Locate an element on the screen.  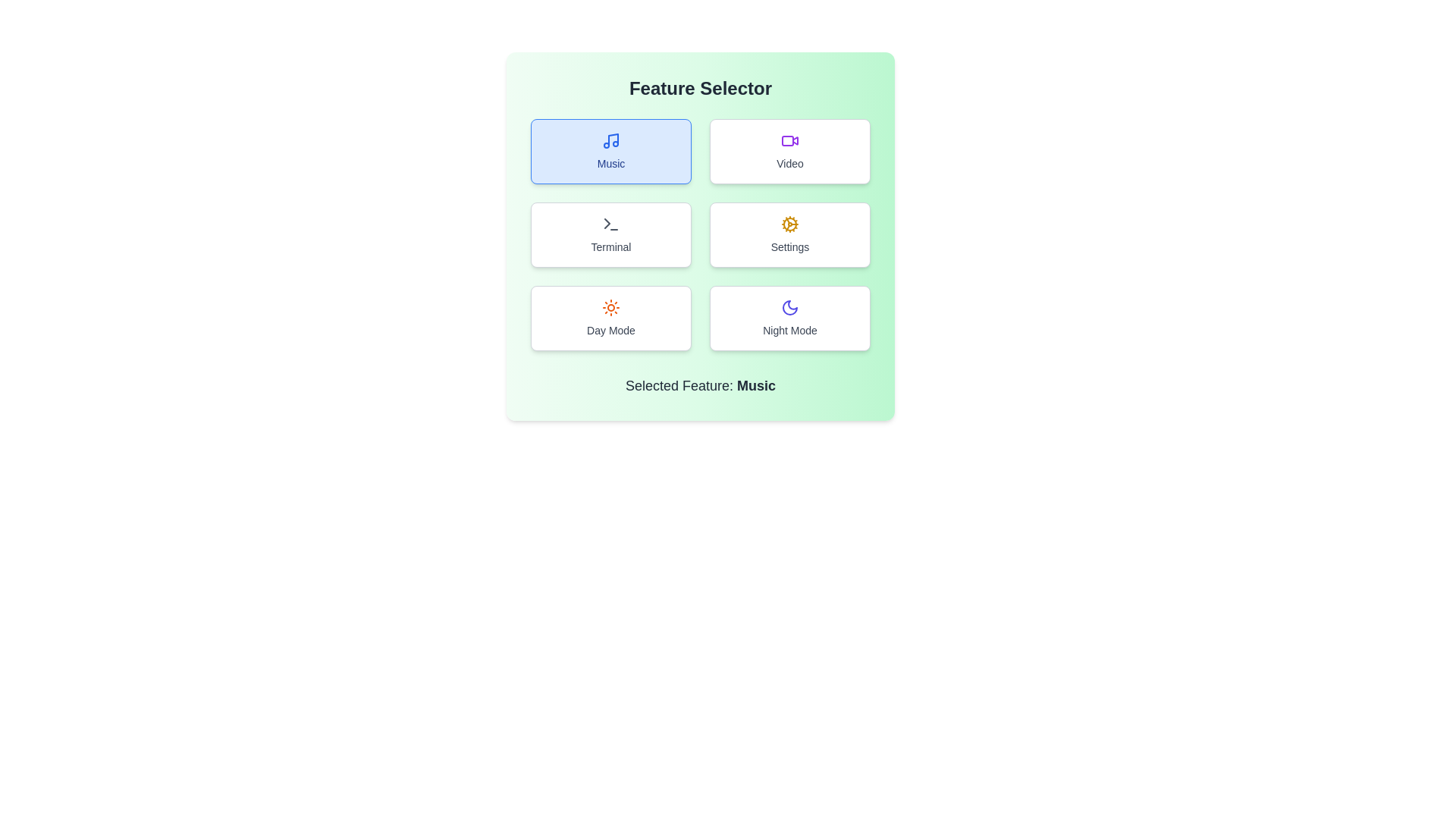
the Interactive button labeled 'Terminal', which has a white background, gray border, and a terminal icon above the text is located at coordinates (611, 234).